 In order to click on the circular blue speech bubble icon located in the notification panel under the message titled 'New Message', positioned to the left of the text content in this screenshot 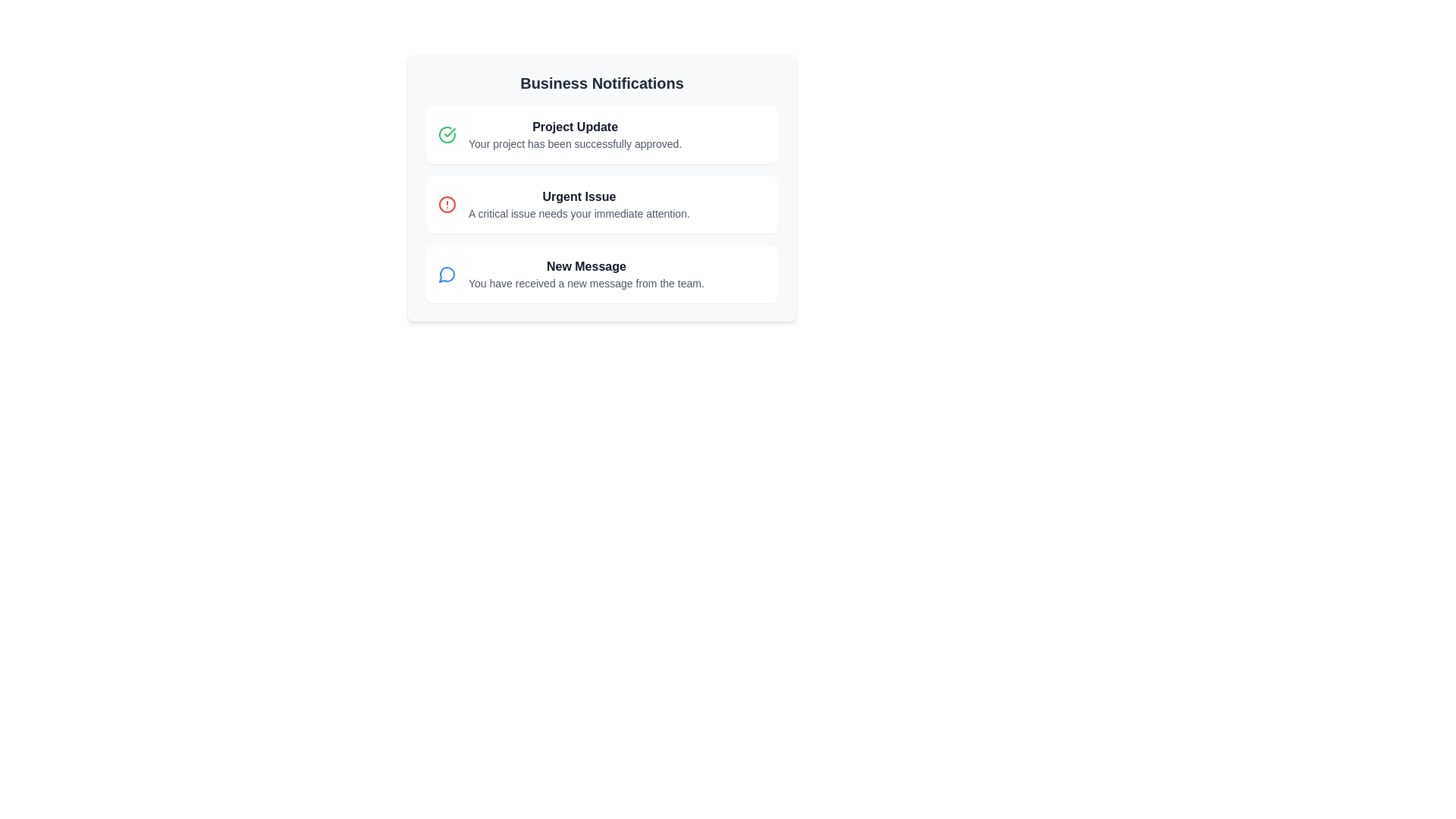, I will do `click(446, 275)`.